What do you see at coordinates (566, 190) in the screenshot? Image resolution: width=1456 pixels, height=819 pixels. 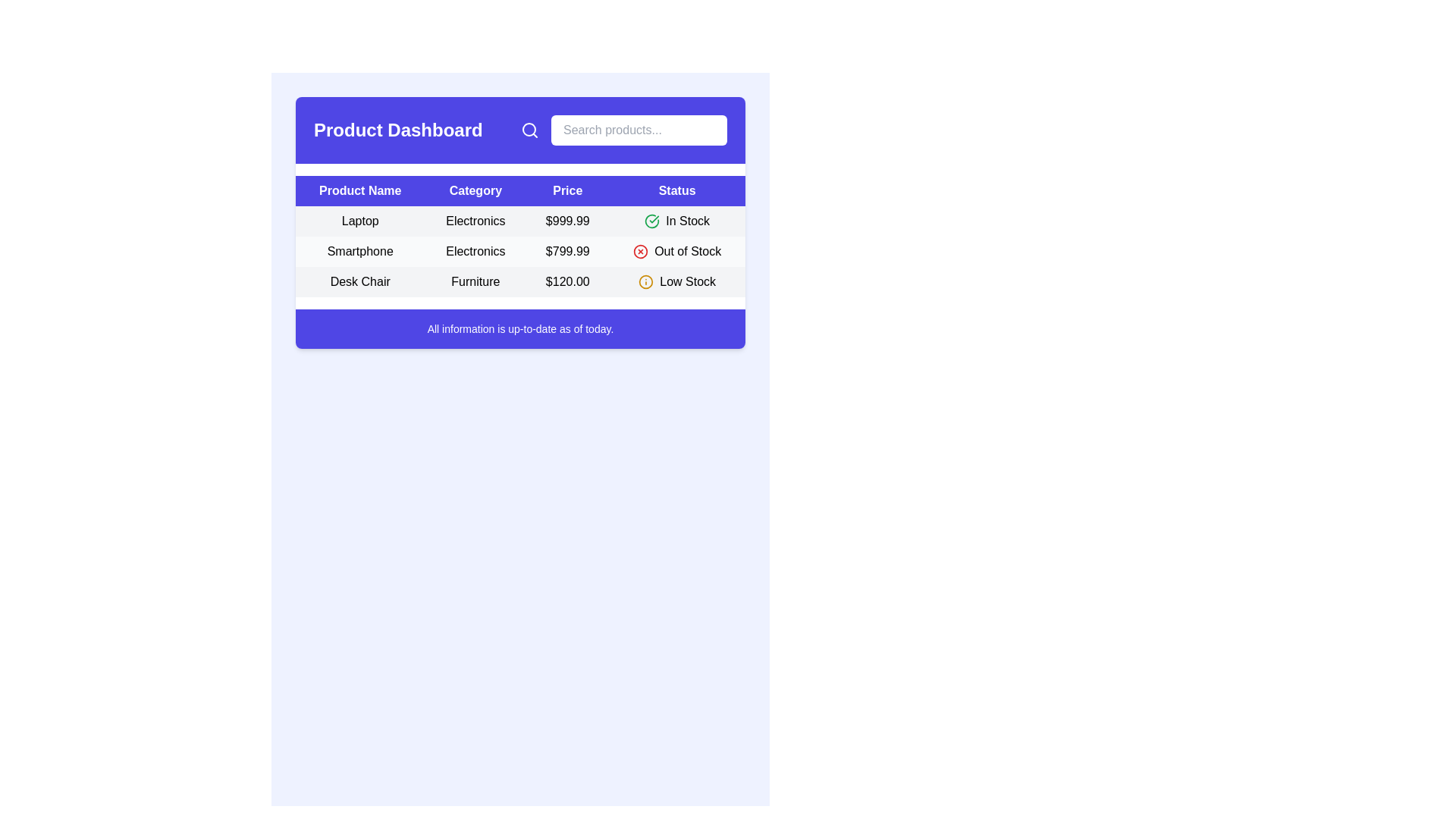 I see `the 'Price' column header in the table, which is the third label in a row of four headers ('Product Name', 'Category', 'Price', 'Status')` at bounding box center [566, 190].